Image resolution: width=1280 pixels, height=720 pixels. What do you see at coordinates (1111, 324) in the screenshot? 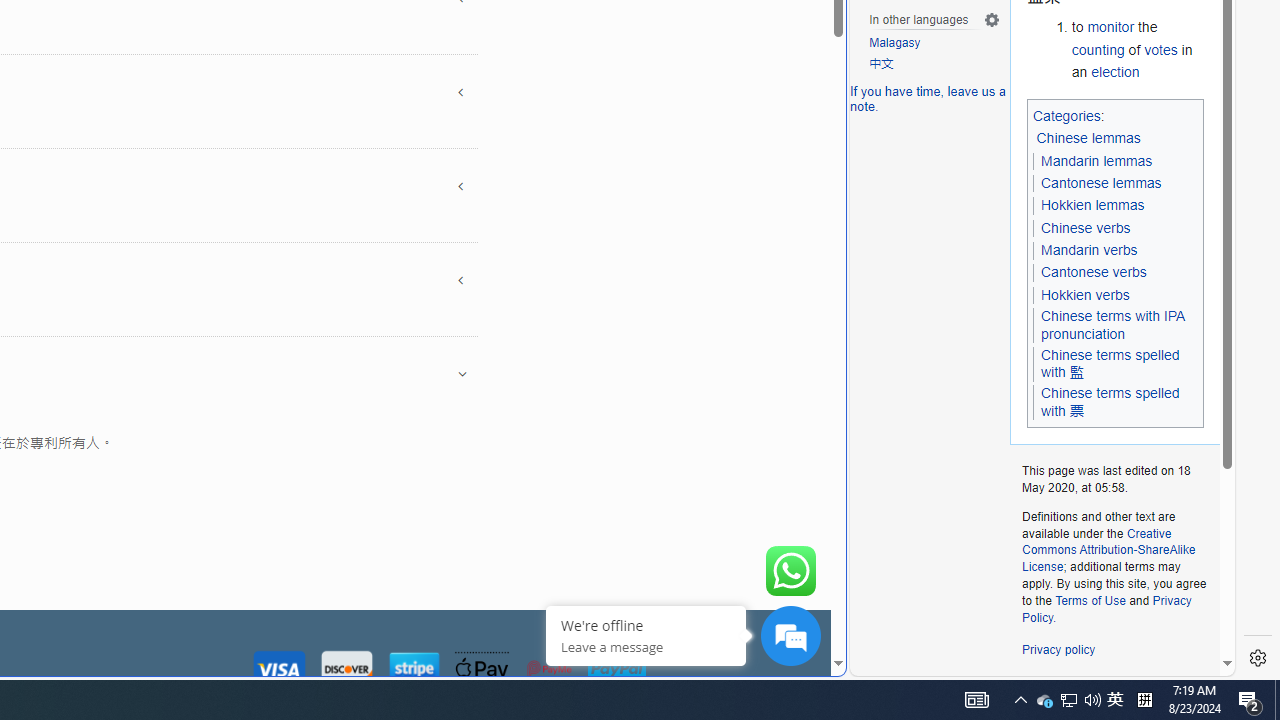
I see `'Chinese terms with IPA pronunciation'` at bounding box center [1111, 324].